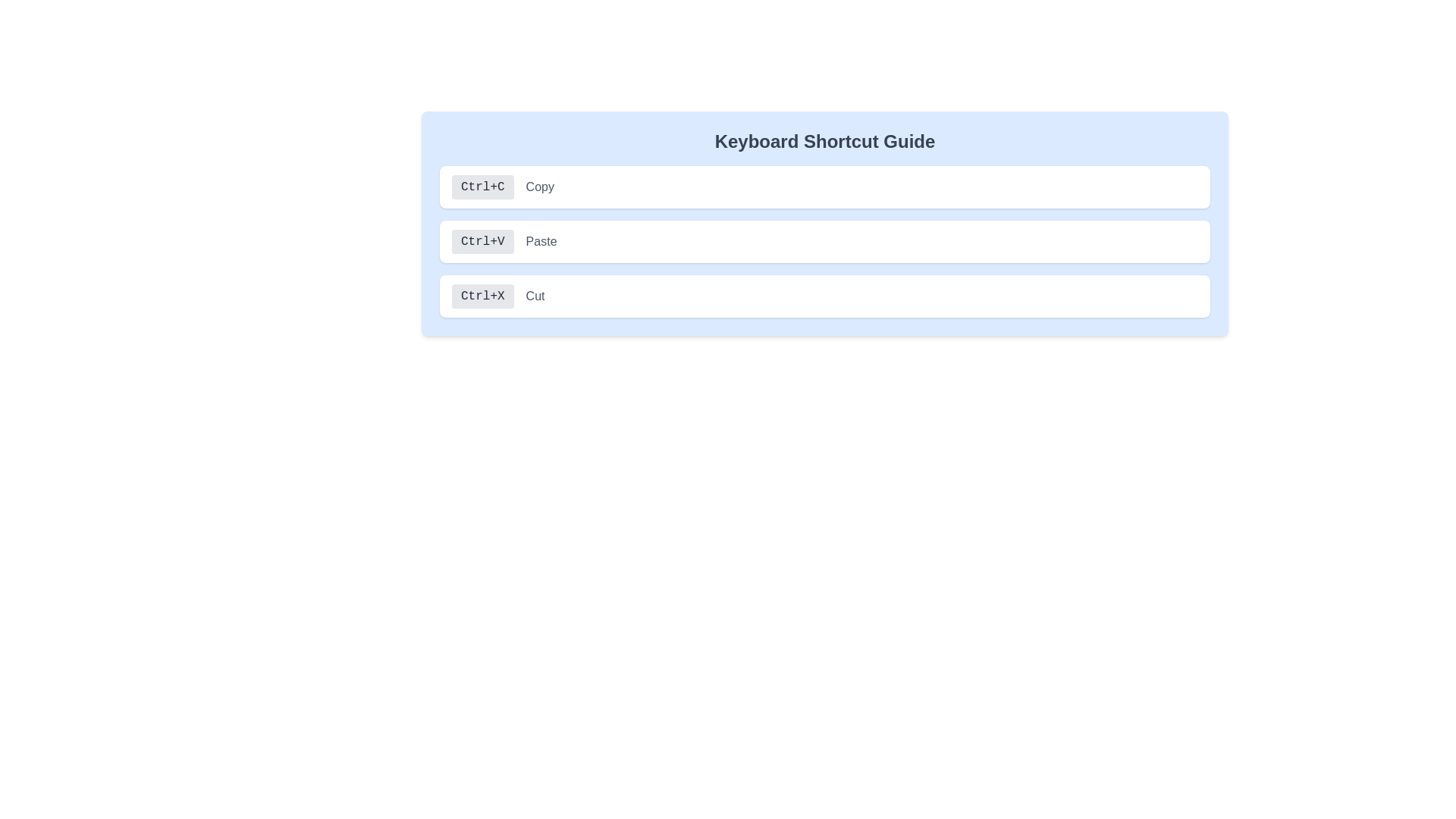 This screenshot has width=1456, height=819. Describe the element at coordinates (535, 296) in the screenshot. I see `the descriptive text associated with the 'Cut' functionality for the shortcut 'Ctrl+X' in the 'Keyboard Shortcut Guide' panel` at that location.